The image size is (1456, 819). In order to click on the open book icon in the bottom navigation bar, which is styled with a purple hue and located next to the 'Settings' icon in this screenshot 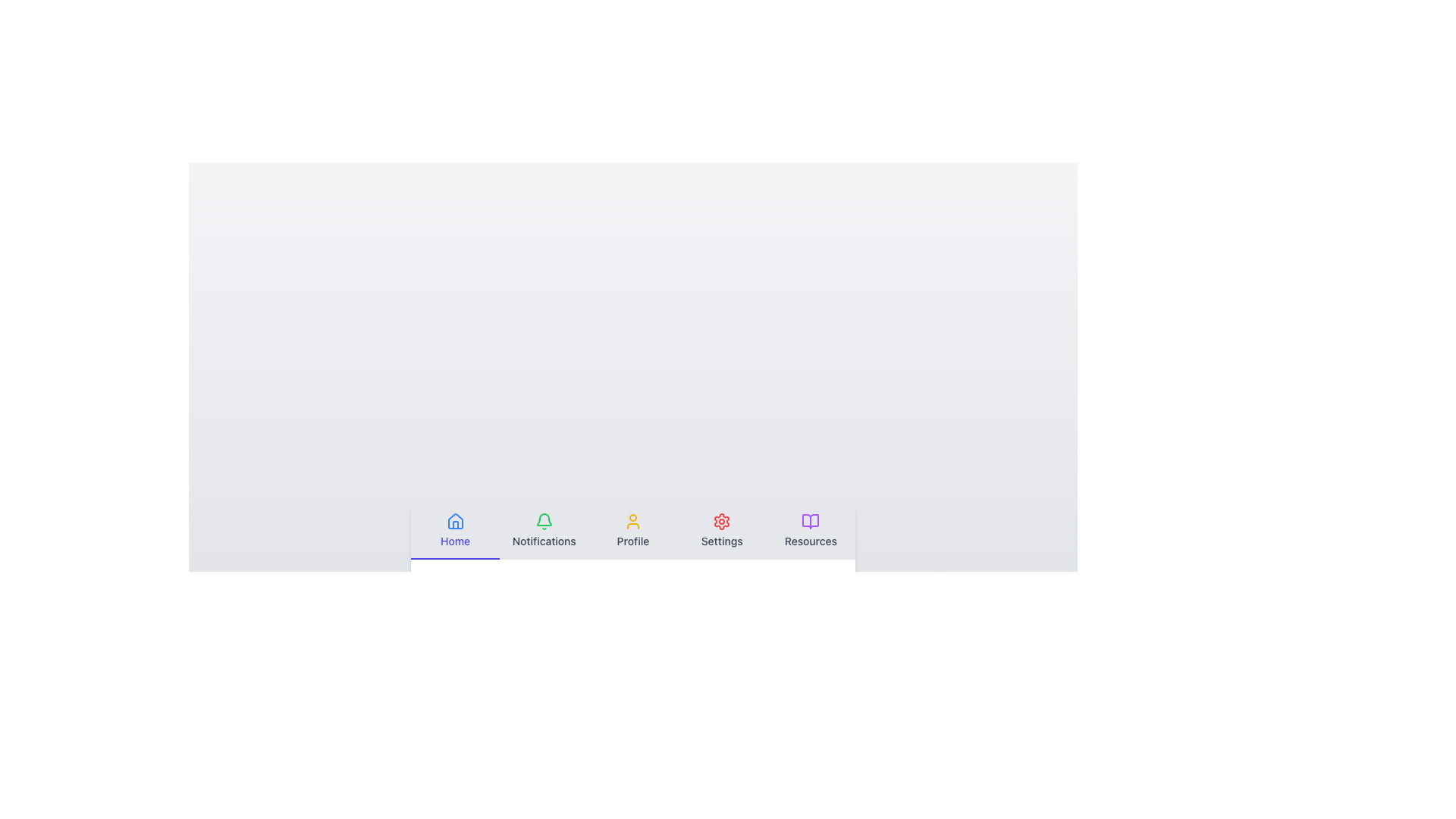, I will do `click(810, 520)`.